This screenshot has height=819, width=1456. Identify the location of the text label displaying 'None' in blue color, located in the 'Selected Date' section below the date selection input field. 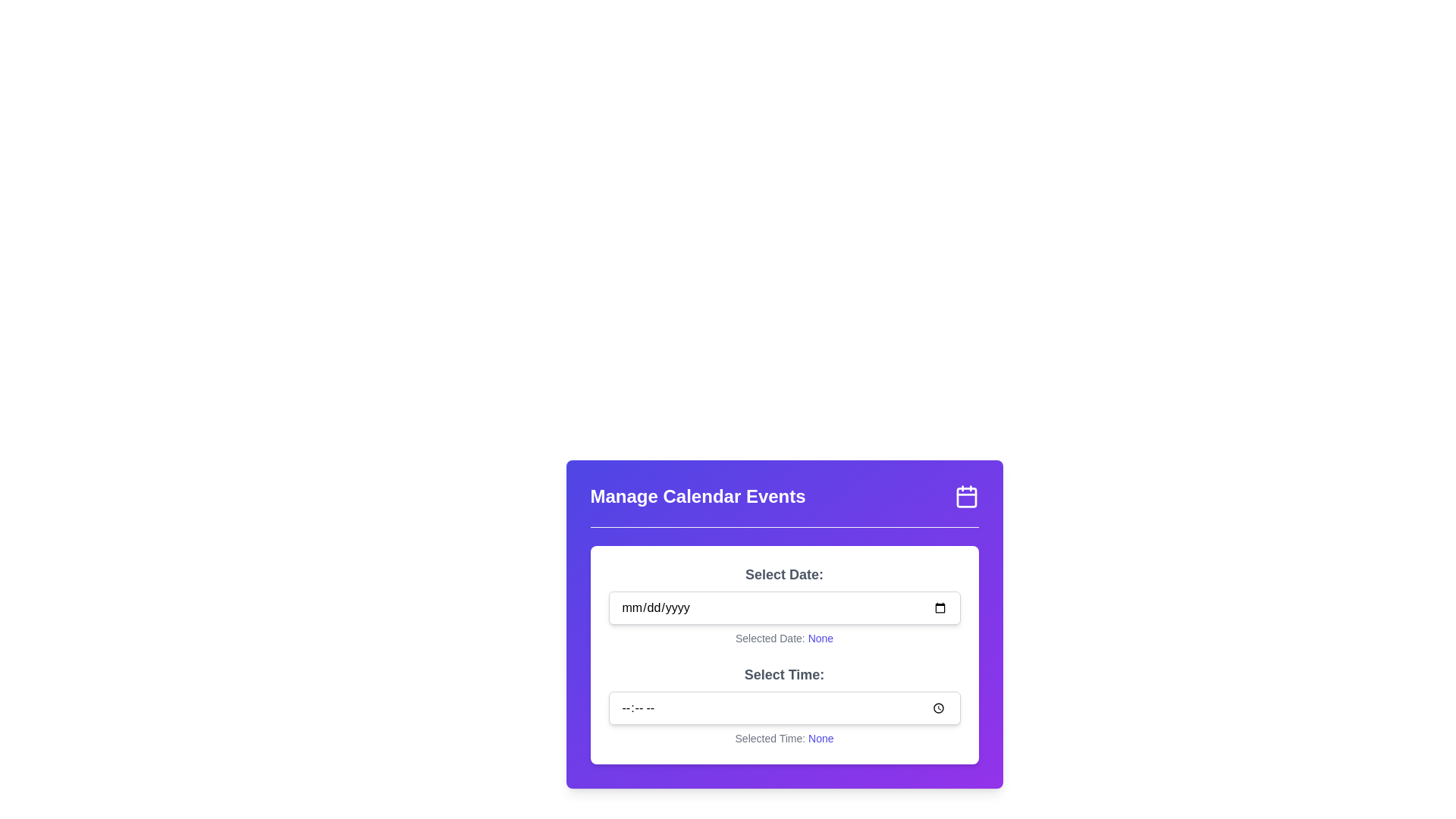
(820, 638).